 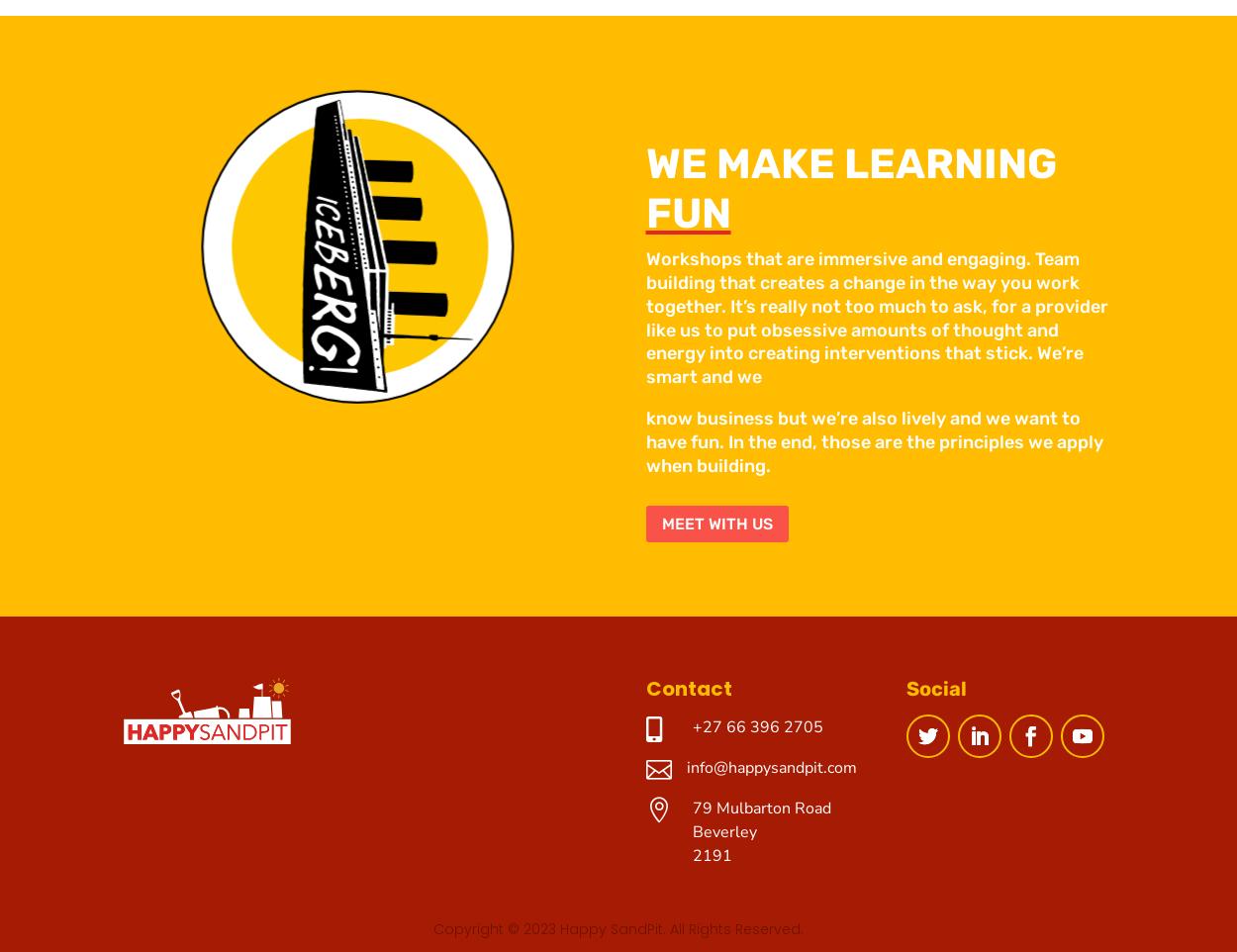 What do you see at coordinates (935, 688) in the screenshot?
I see `'Social'` at bounding box center [935, 688].